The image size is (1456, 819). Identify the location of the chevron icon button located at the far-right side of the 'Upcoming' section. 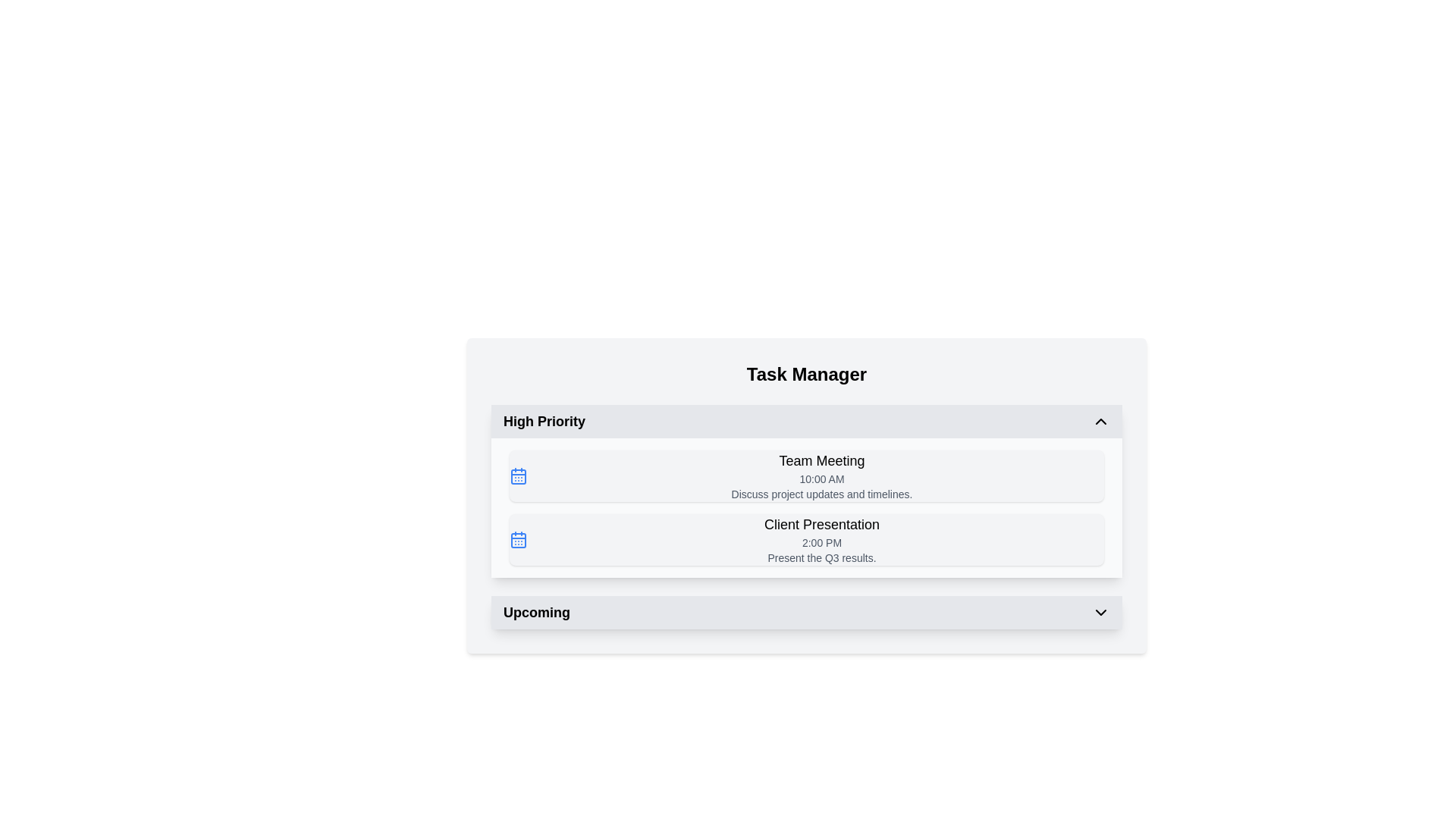
(1100, 611).